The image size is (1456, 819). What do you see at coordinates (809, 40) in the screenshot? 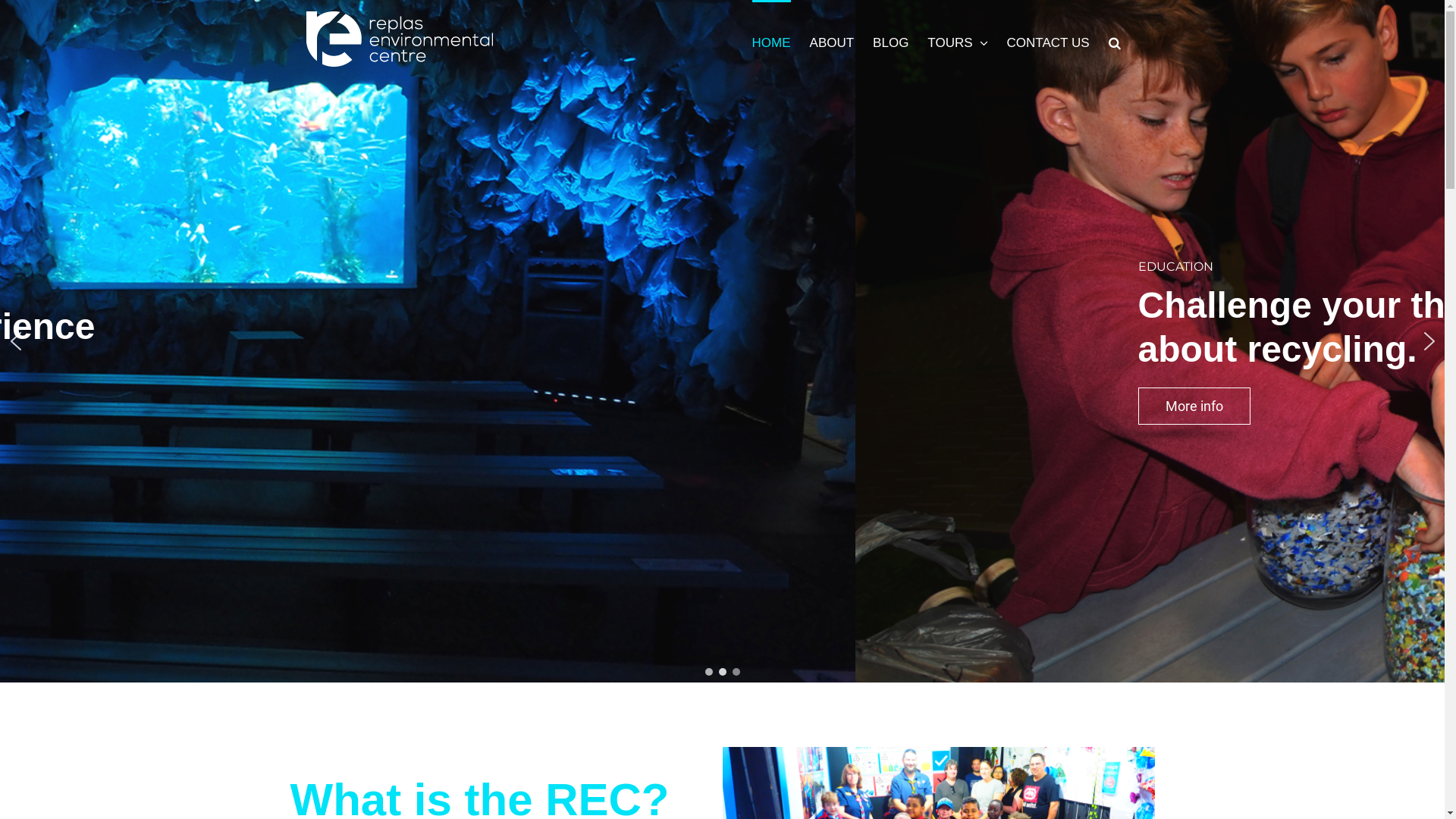
I see `'ABOUT'` at bounding box center [809, 40].